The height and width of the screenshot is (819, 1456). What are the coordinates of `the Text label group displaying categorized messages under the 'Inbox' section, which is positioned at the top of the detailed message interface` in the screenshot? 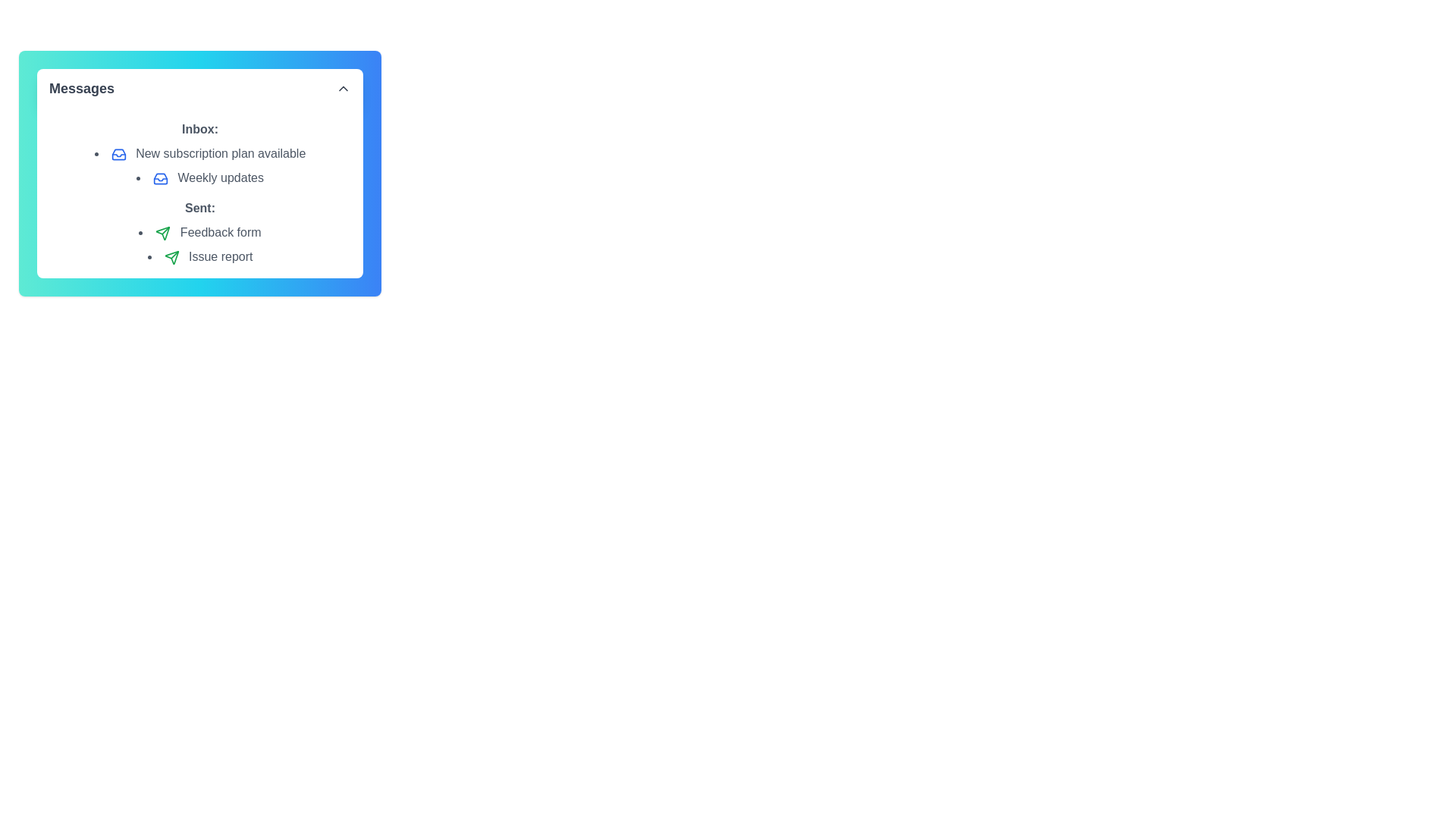 It's located at (199, 154).